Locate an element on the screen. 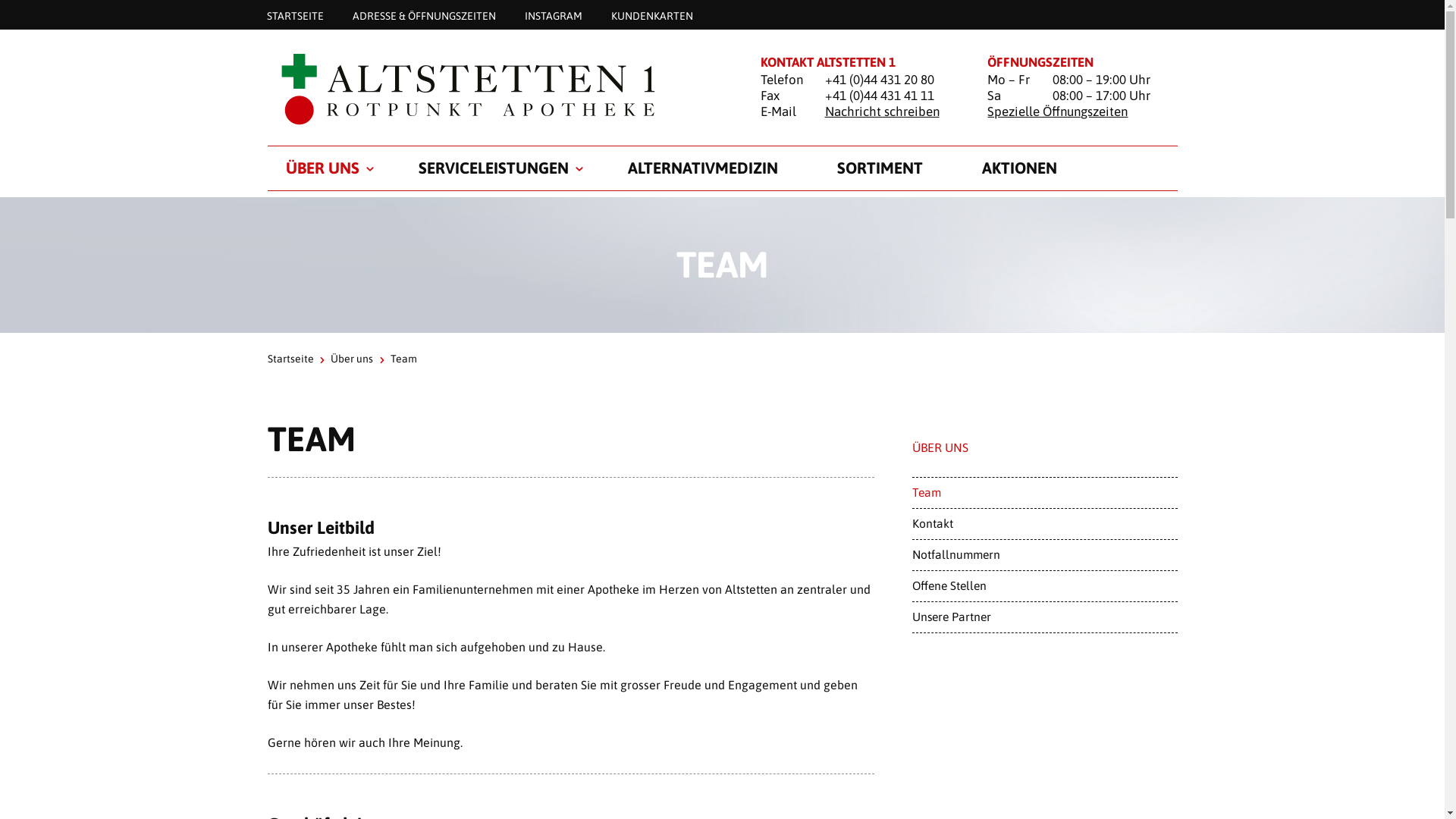  'STARTSEITE' is located at coordinates (294, 15).